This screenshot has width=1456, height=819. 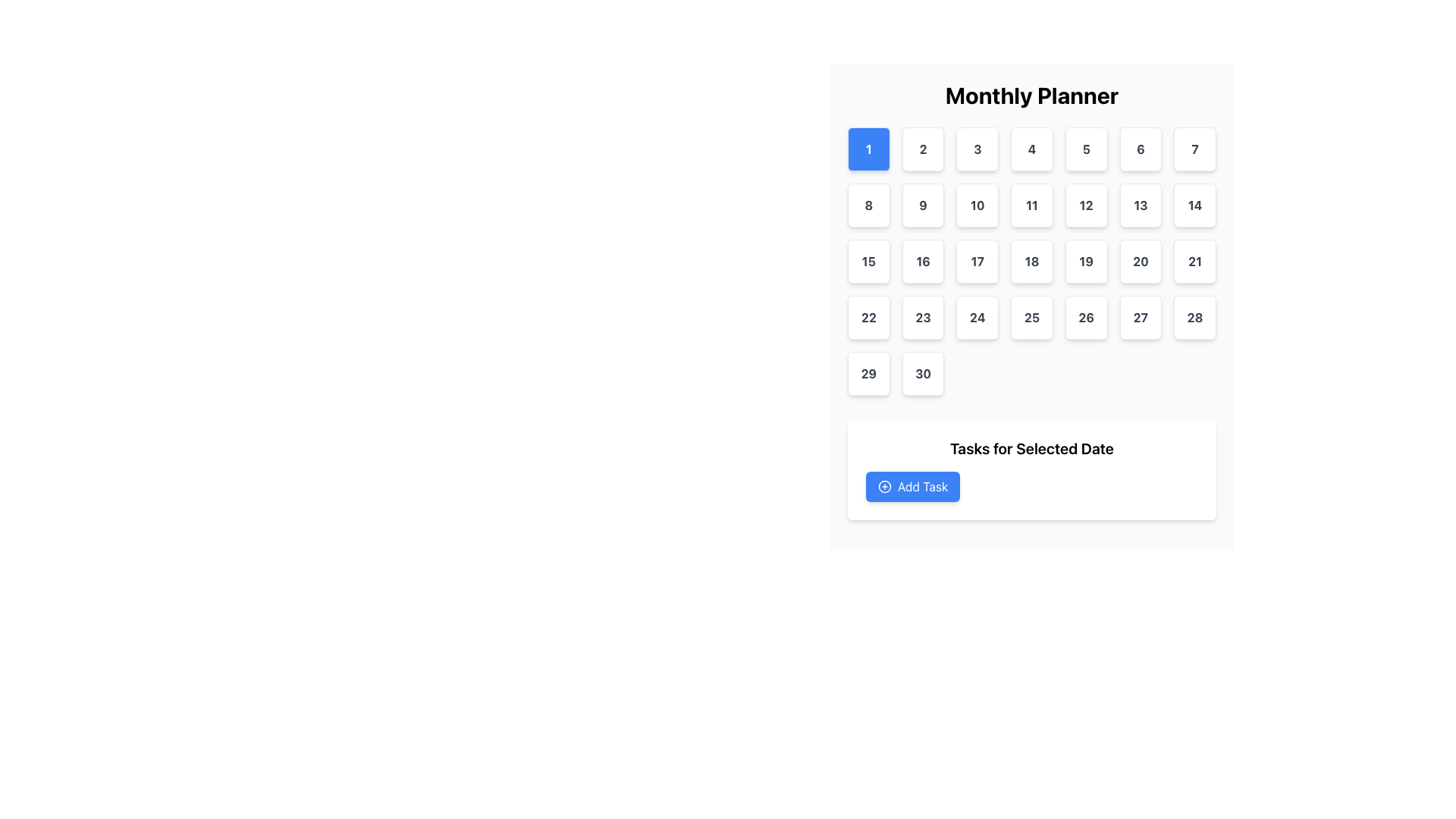 I want to click on the calendar button representing the date '28' in the monthly calendar interface, so click(x=1194, y=317).